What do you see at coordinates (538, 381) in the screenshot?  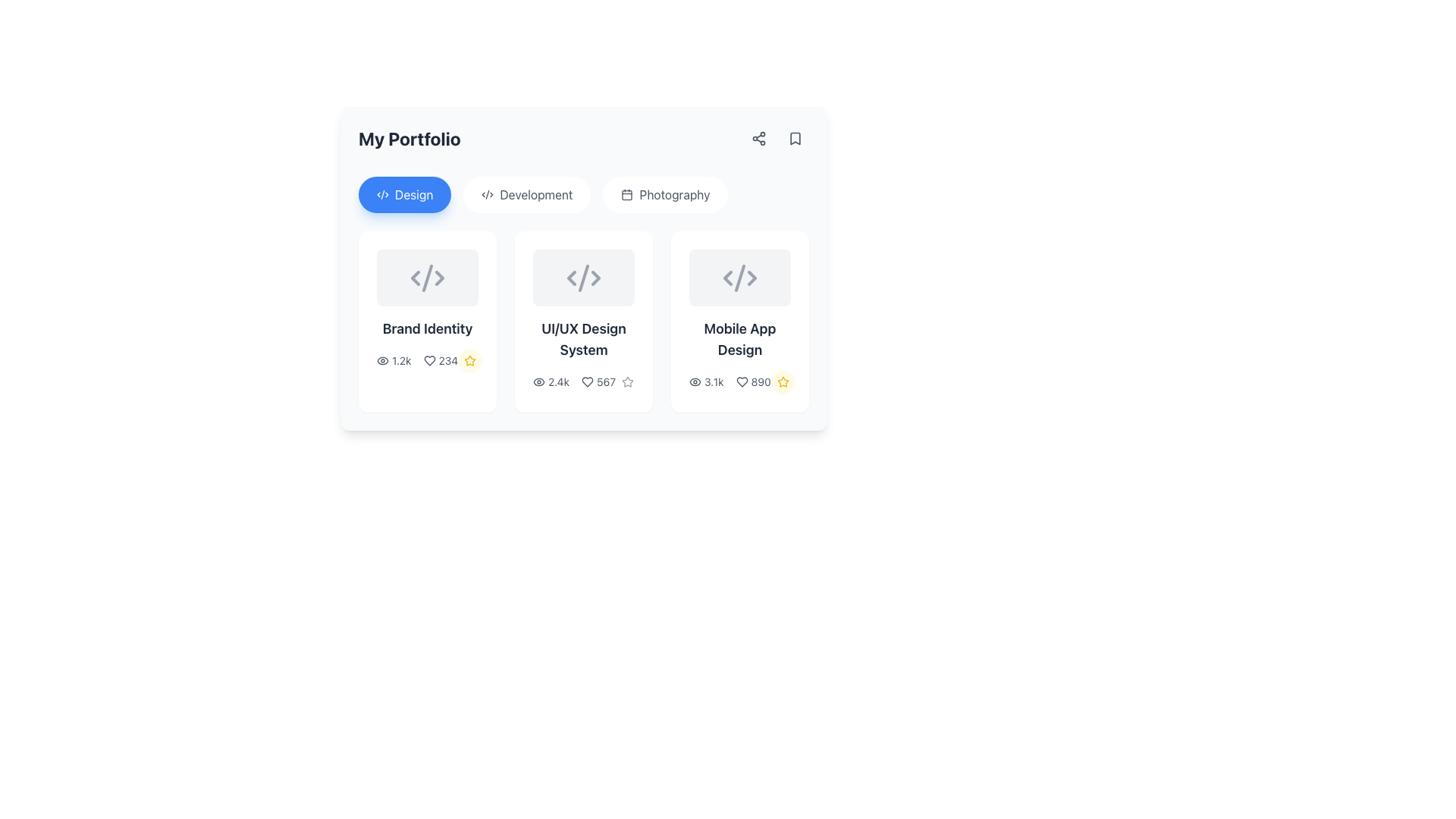 I see `the eye icon, which is a distinctive standalone element within the interactive panel located near the top right corner of the interface` at bounding box center [538, 381].